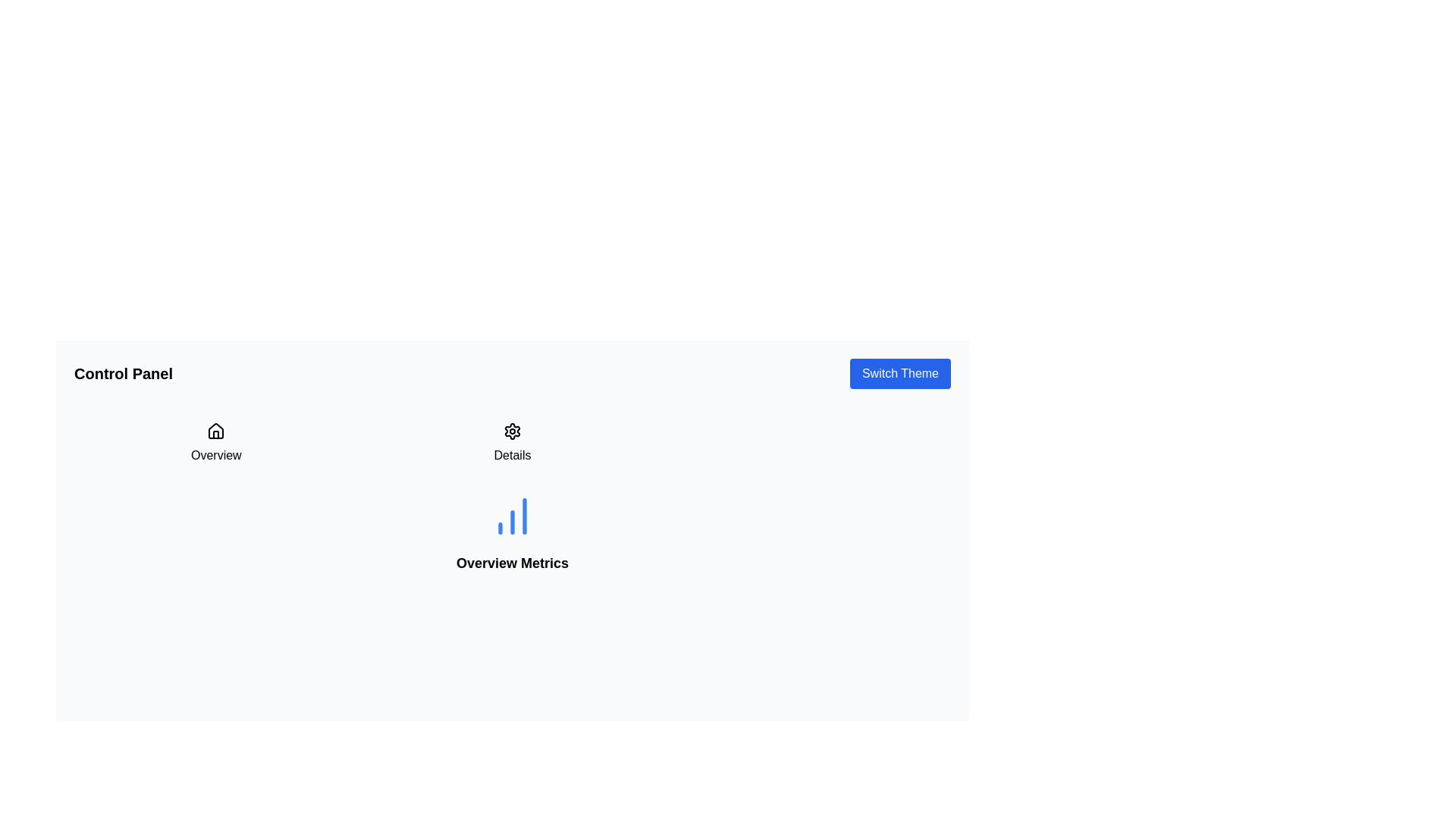  What do you see at coordinates (215, 431) in the screenshot?
I see `the house icon located above the 'Overview' label to trigger tooltip or similar interactions` at bounding box center [215, 431].